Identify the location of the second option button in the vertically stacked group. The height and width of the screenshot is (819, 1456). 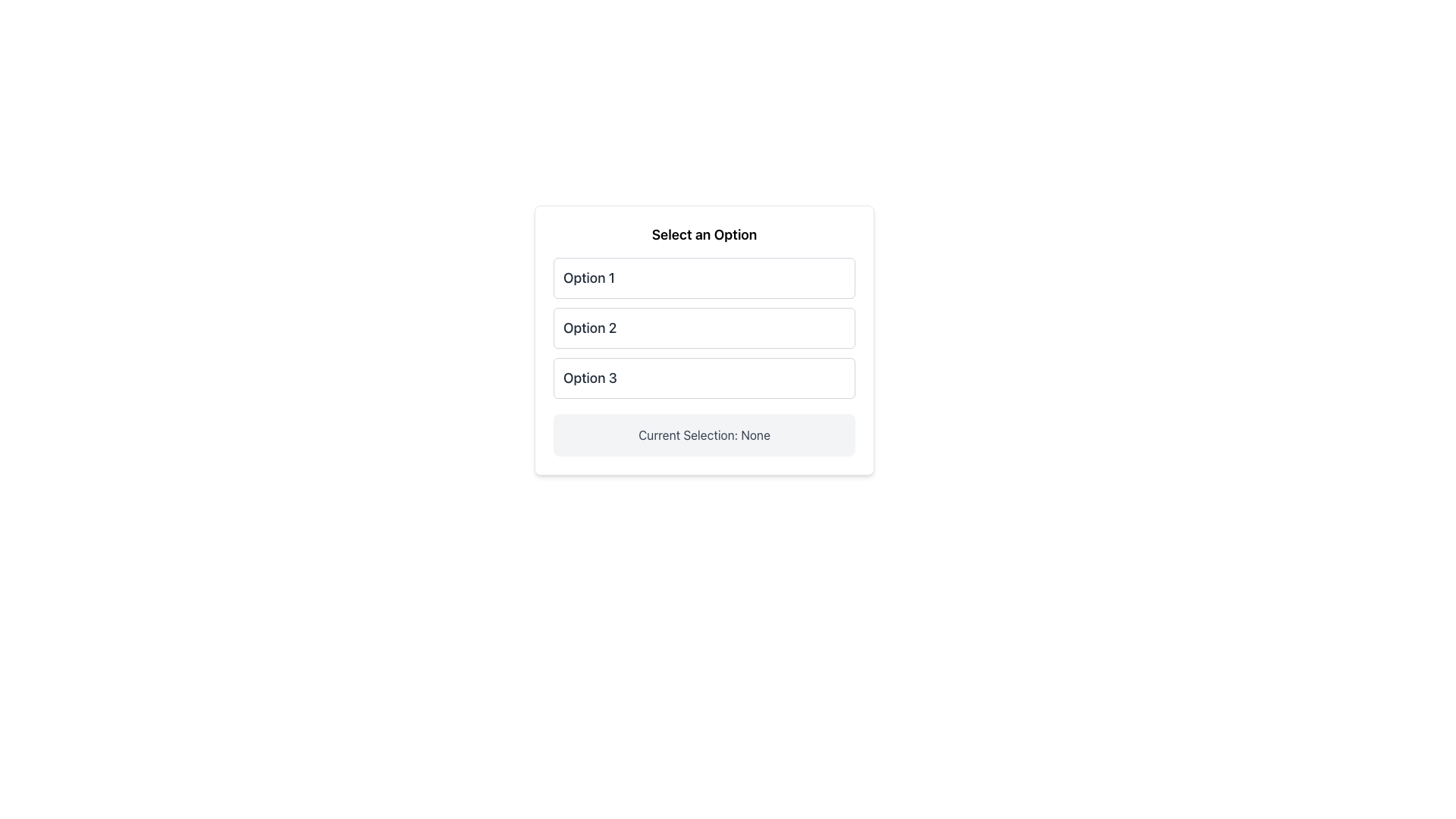
(704, 327).